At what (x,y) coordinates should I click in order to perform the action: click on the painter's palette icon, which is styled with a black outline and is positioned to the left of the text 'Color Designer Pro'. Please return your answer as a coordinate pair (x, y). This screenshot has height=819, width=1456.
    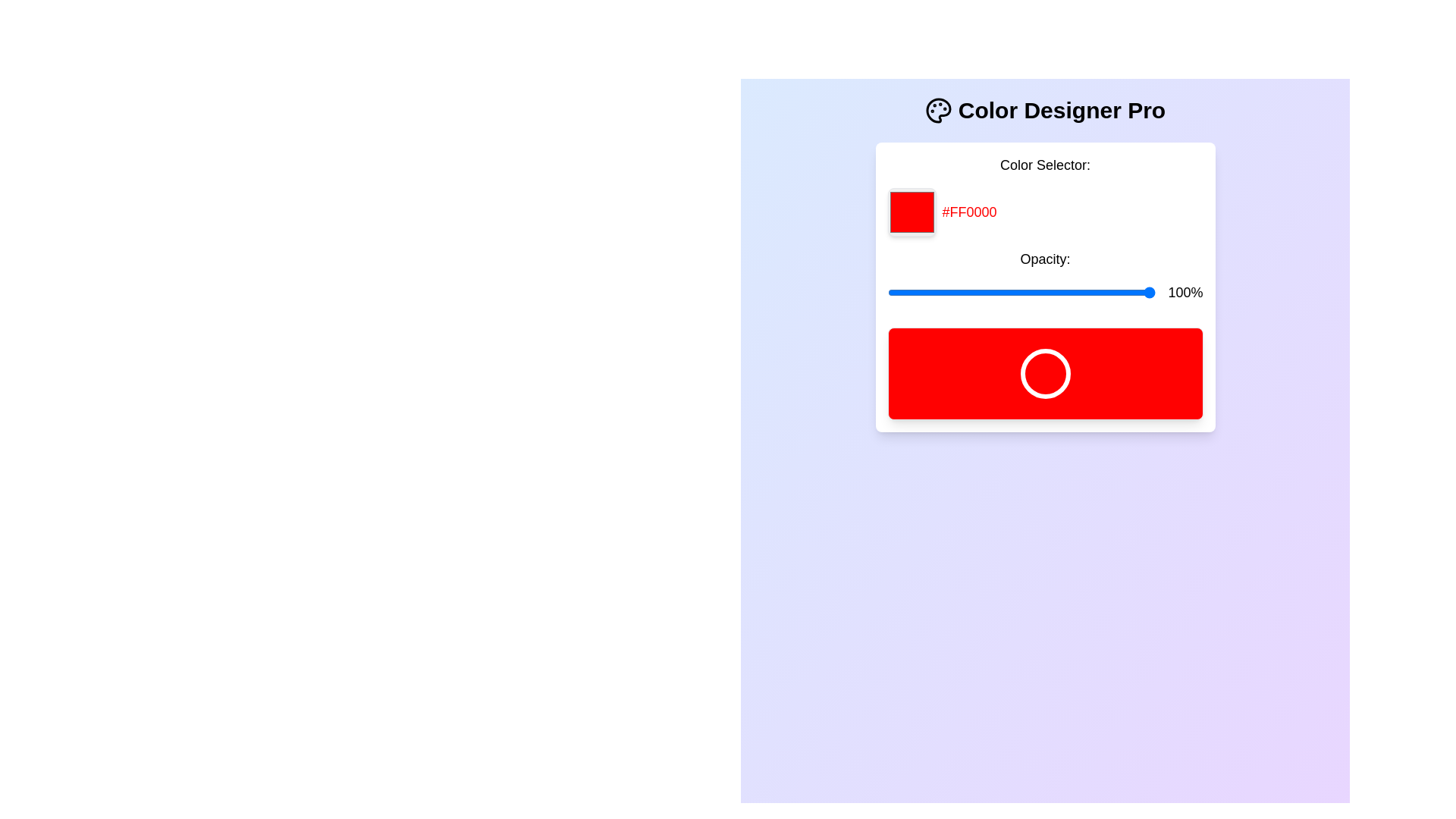
    Looking at the image, I should click on (937, 110).